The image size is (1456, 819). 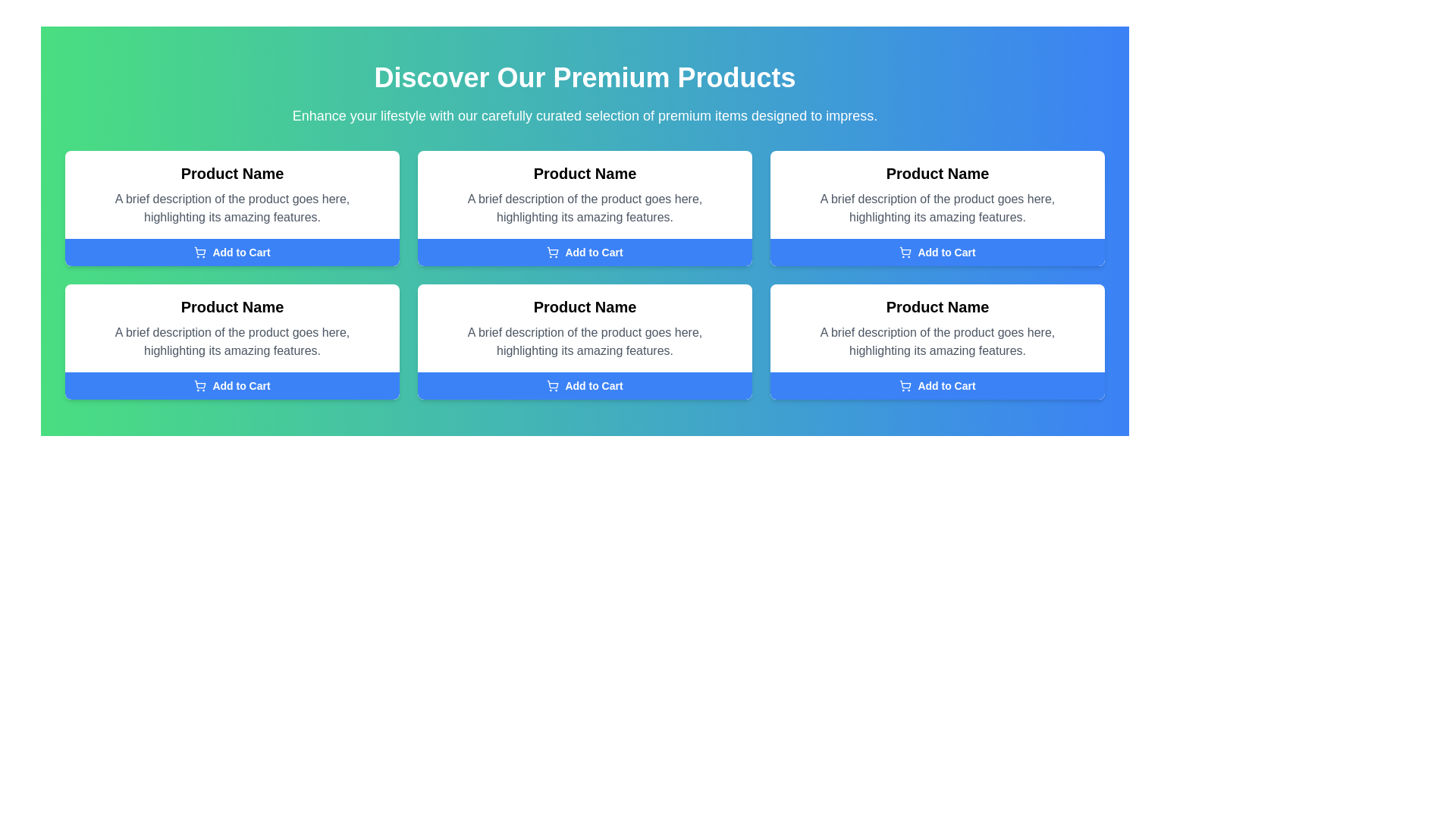 I want to click on the fourth 'Add to Cart' button, which has a bold blue background and white text, so click(x=937, y=385).